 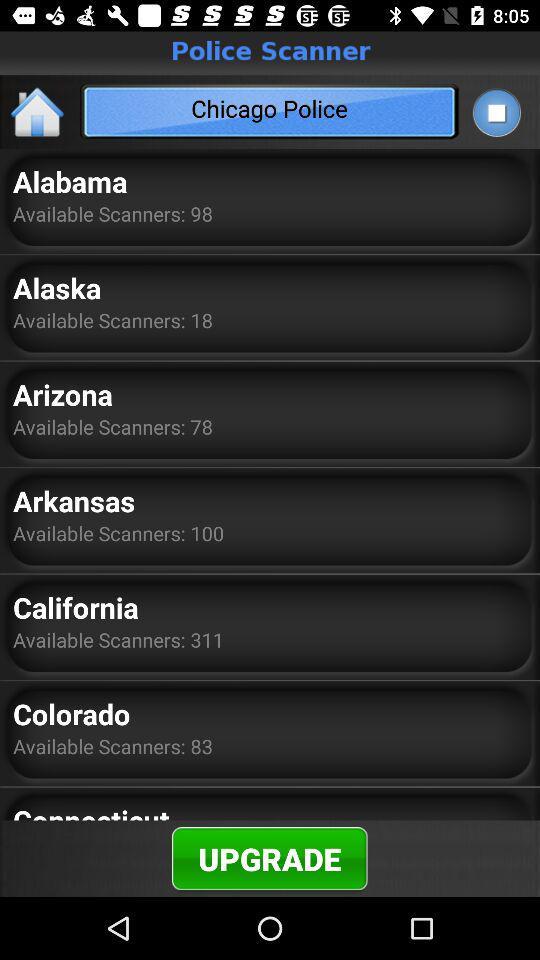 I want to click on arkansas app, so click(x=73, y=499).